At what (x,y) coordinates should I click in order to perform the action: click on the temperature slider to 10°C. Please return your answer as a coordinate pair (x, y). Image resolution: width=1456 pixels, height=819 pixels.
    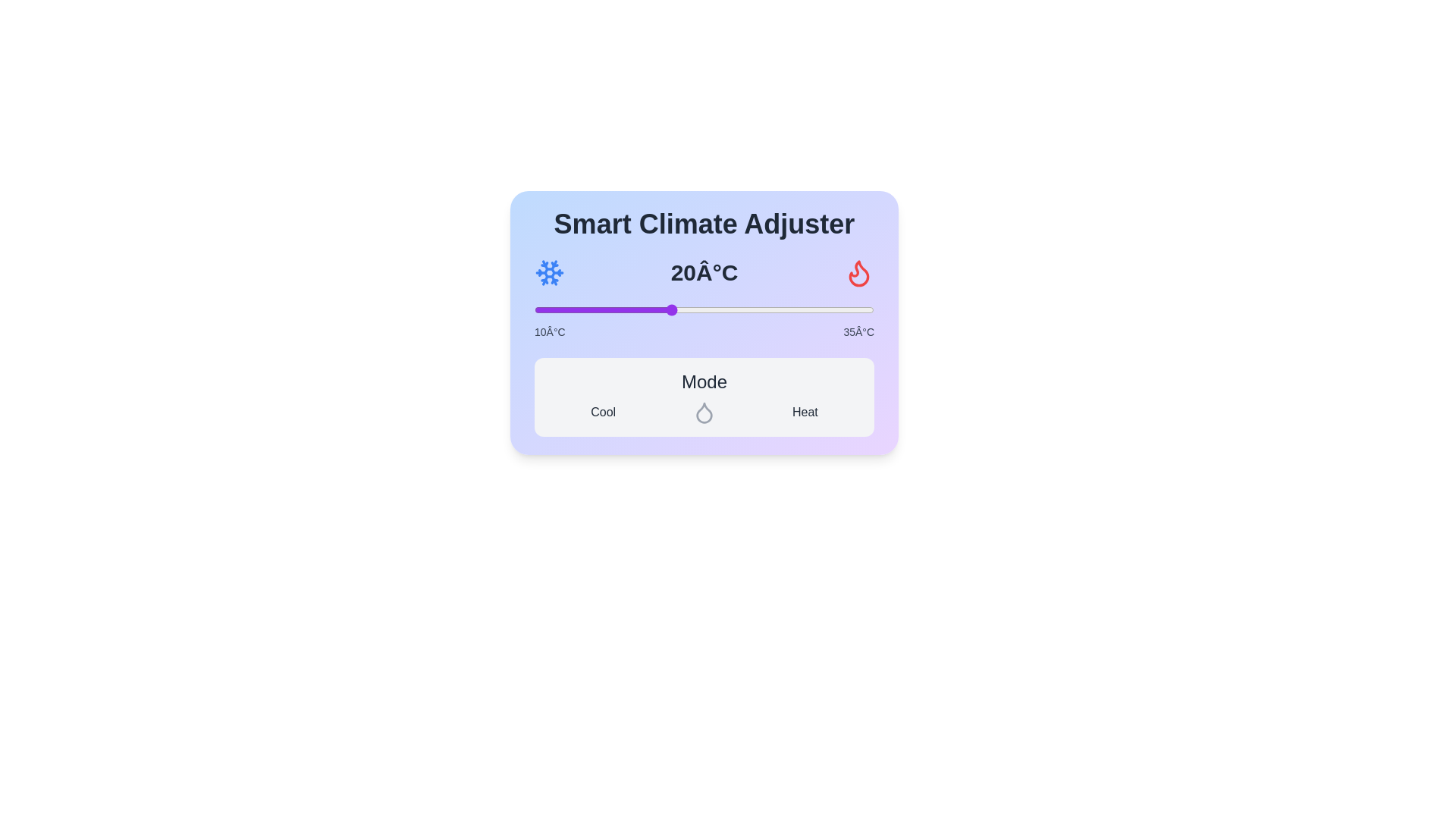
    Looking at the image, I should click on (535, 309).